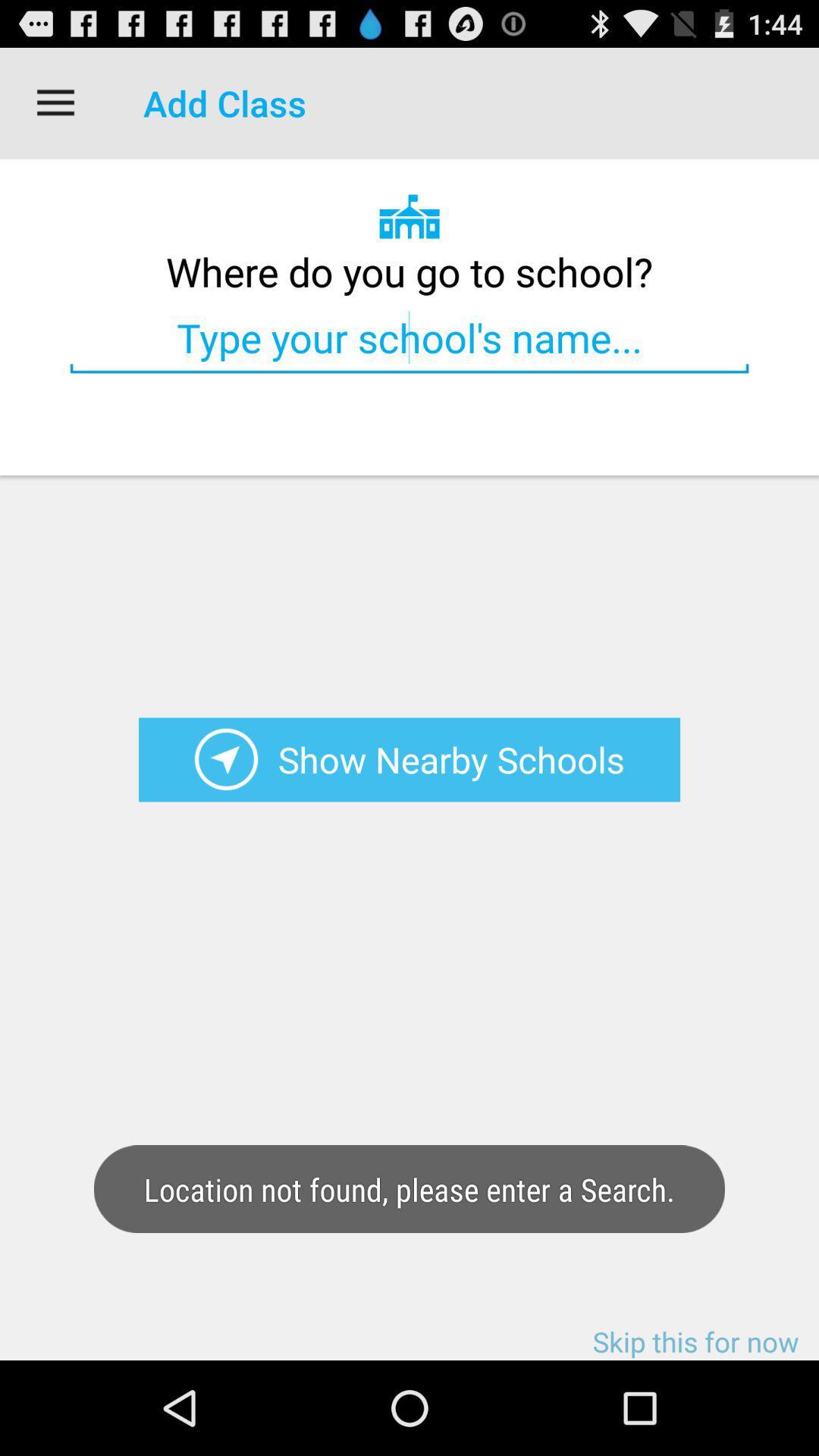 The height and width of the screenshot is (1456, 819). I want to click on the navigation icon, so click(226, 812).